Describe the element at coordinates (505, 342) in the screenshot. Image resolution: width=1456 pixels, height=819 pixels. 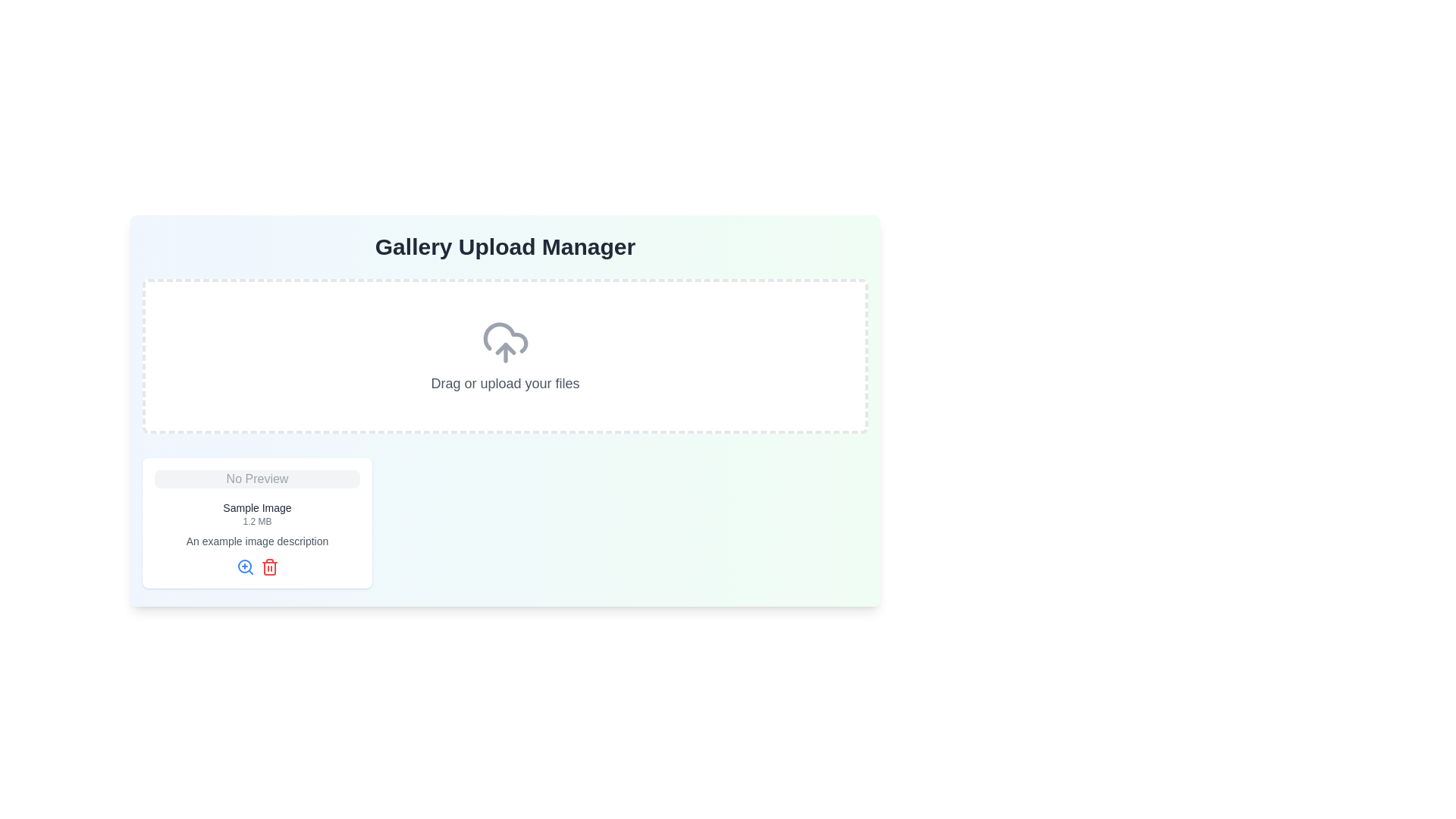
I see `the cloud icon with an upward-pointing arrow, which represents the upload functionality in the file upload interface` at that location.